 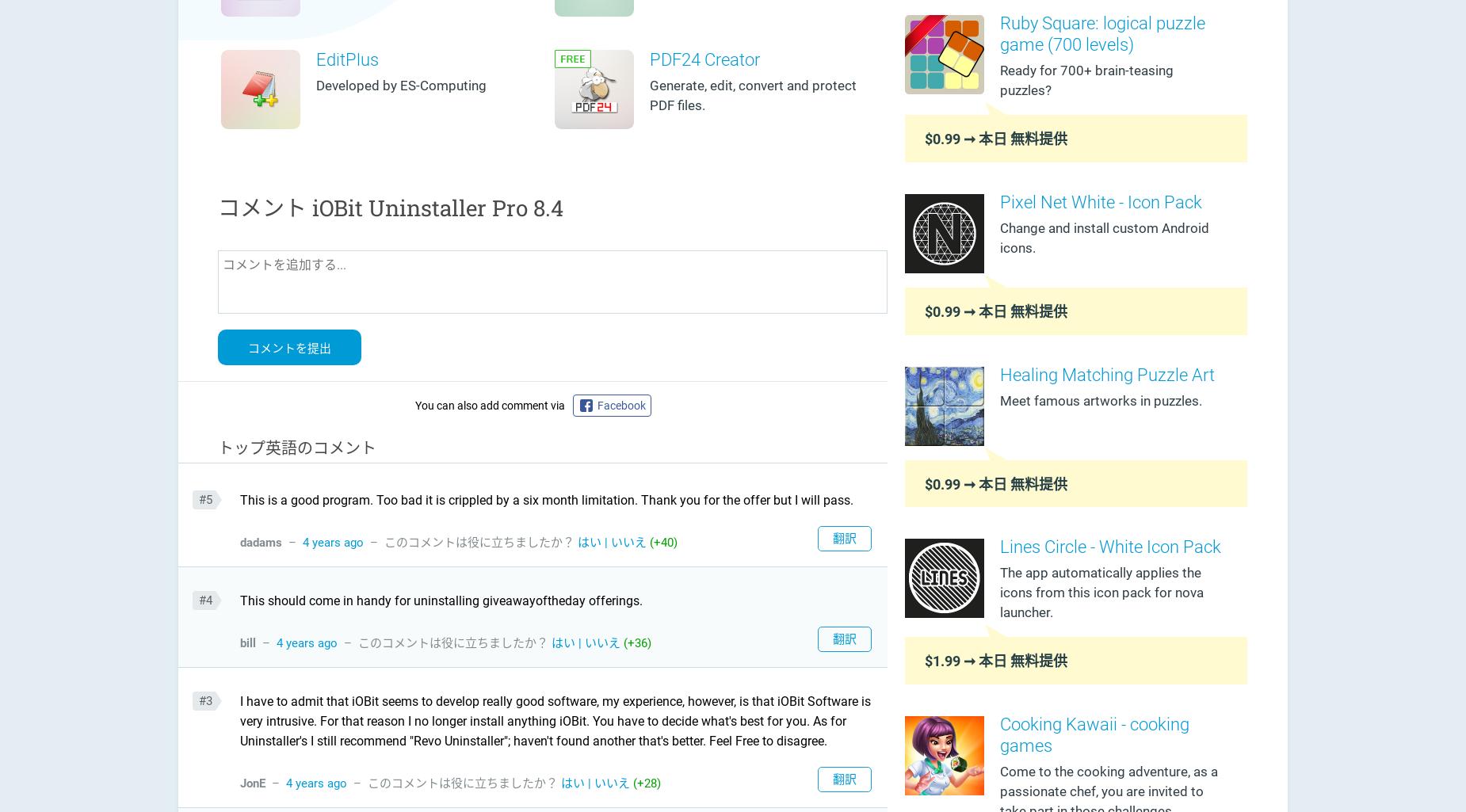 What do you see at coordinates (751, 94) in the screenshot?
I see `'Generate, edit, convert and protect PDF files.'` at bounding box center [751, 94].